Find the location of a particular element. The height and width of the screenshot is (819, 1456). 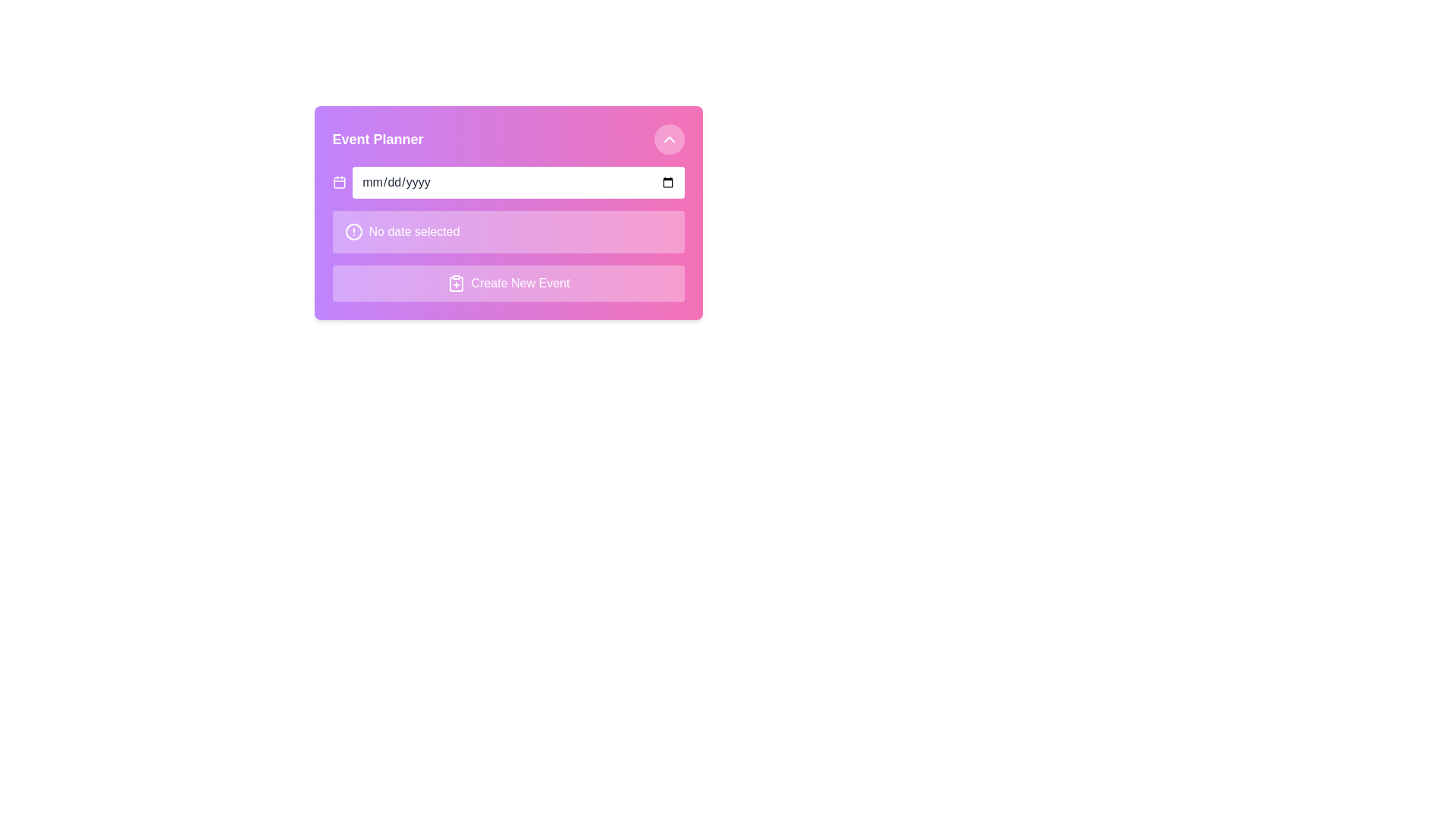

the status message placeholder located in the second section of the event creation form, below the date input field, to initiate further interactions is located at coordinates (508, 234).